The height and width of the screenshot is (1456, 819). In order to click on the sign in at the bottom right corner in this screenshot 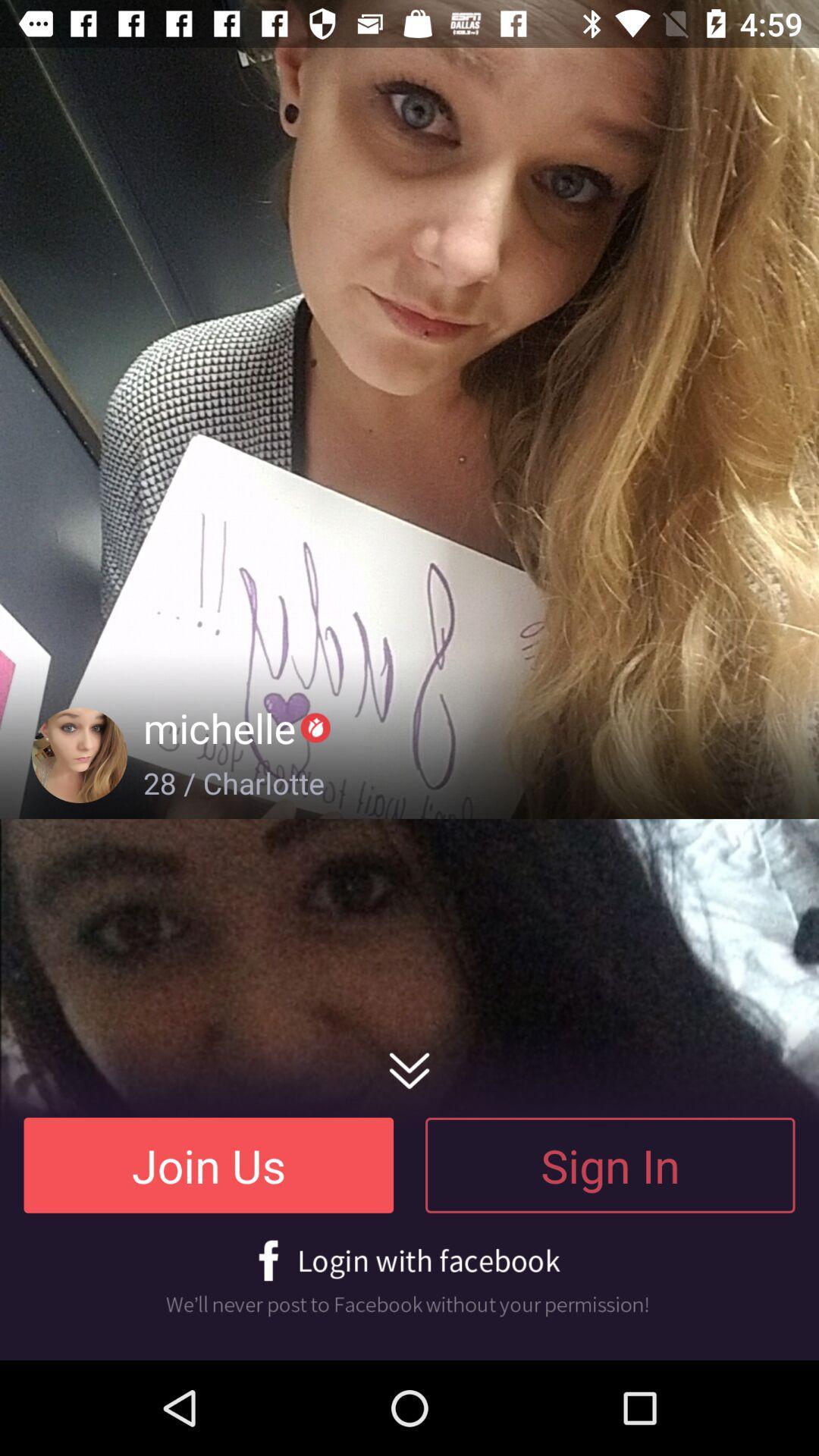, I will do `click(609, 1164)`.